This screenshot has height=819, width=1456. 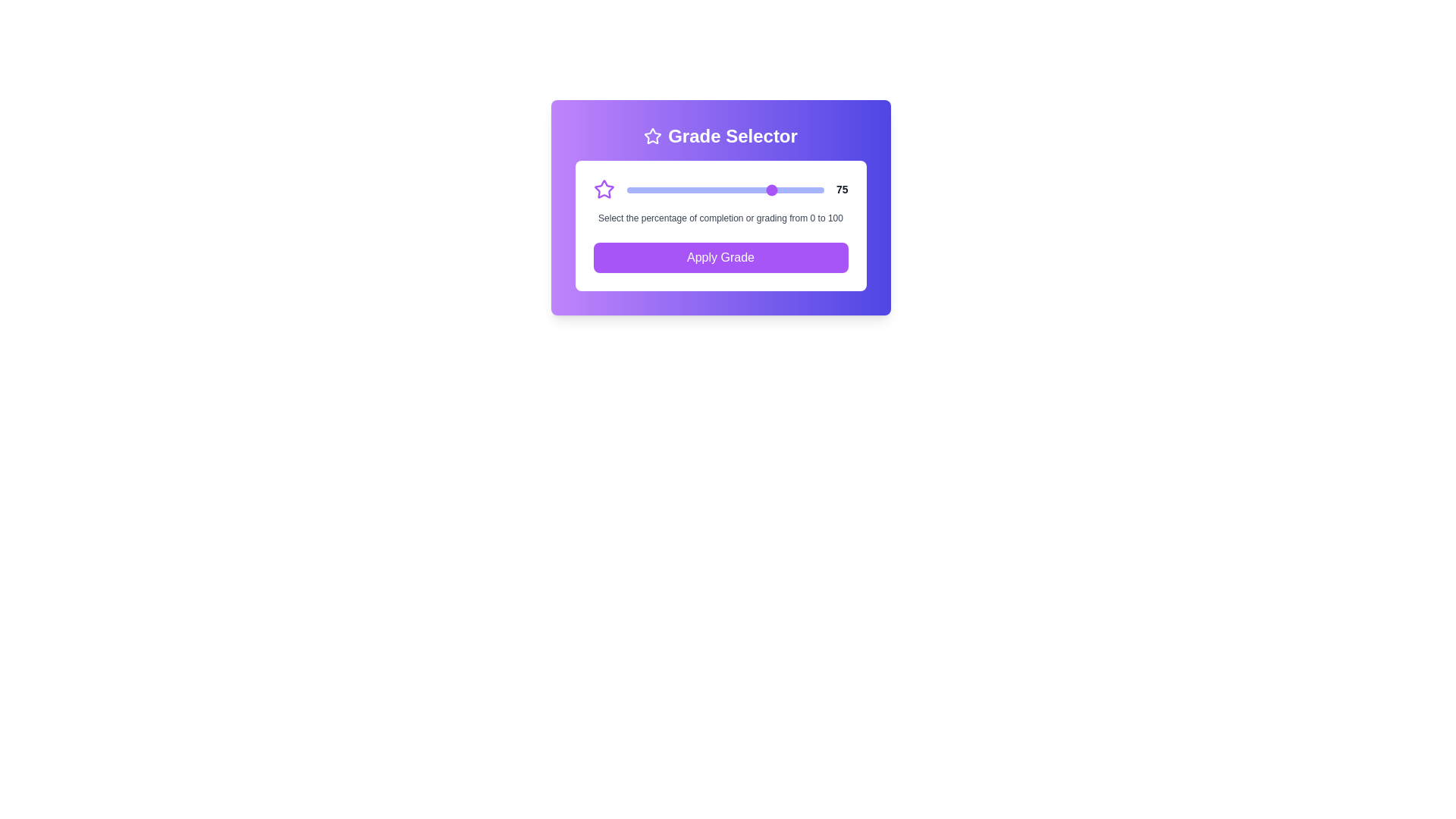 What do you see at coordinates (720, 218) in the screenshot?
I see `the text label that instructs 'Select the percentage of completion or grading from 0 to 100', which is styled in medium-sized gray text and located below the slider component in a card-like dialog` at bounding box center [720, 218].